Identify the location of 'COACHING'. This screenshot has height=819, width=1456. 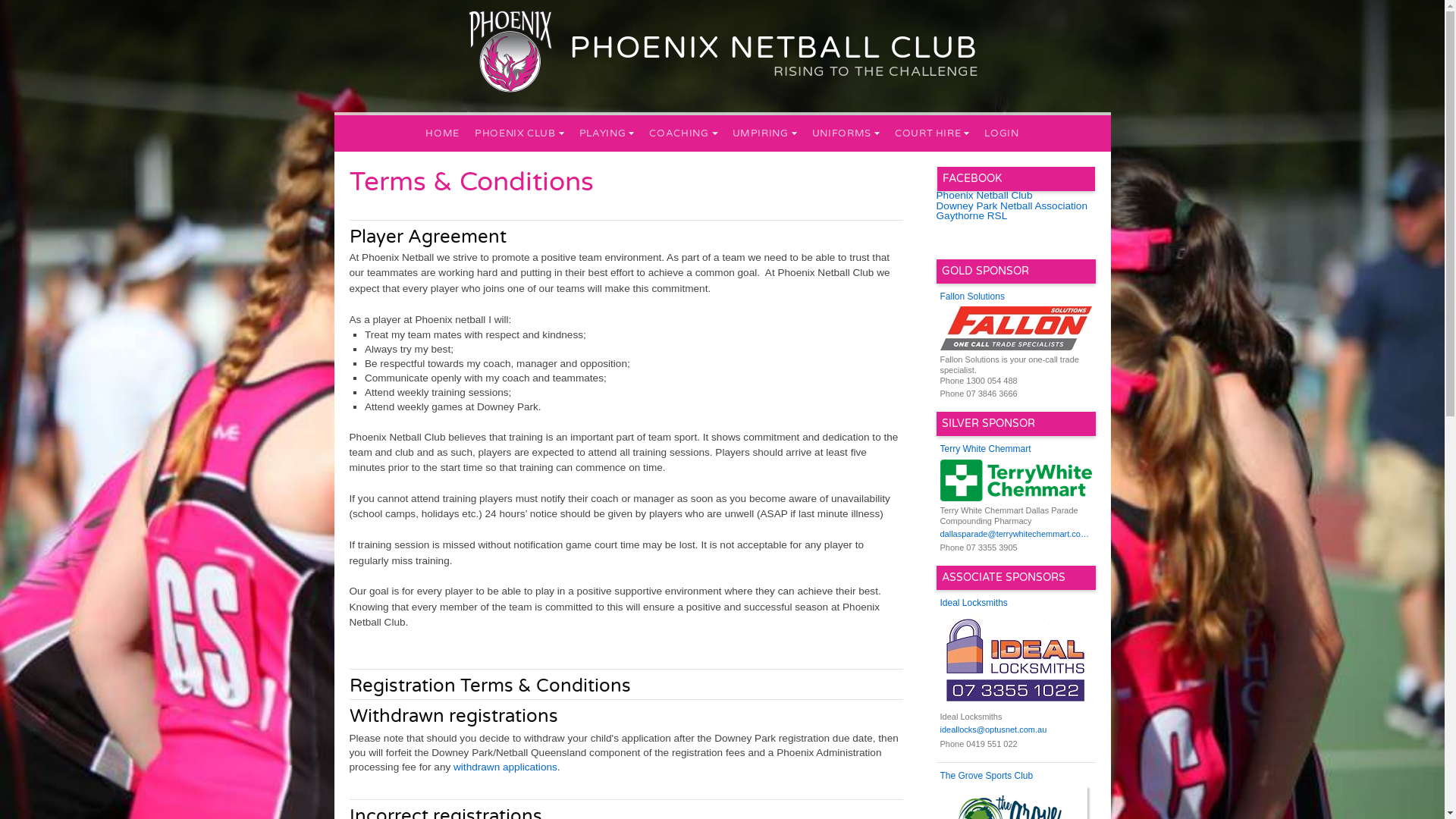
(682, 133).